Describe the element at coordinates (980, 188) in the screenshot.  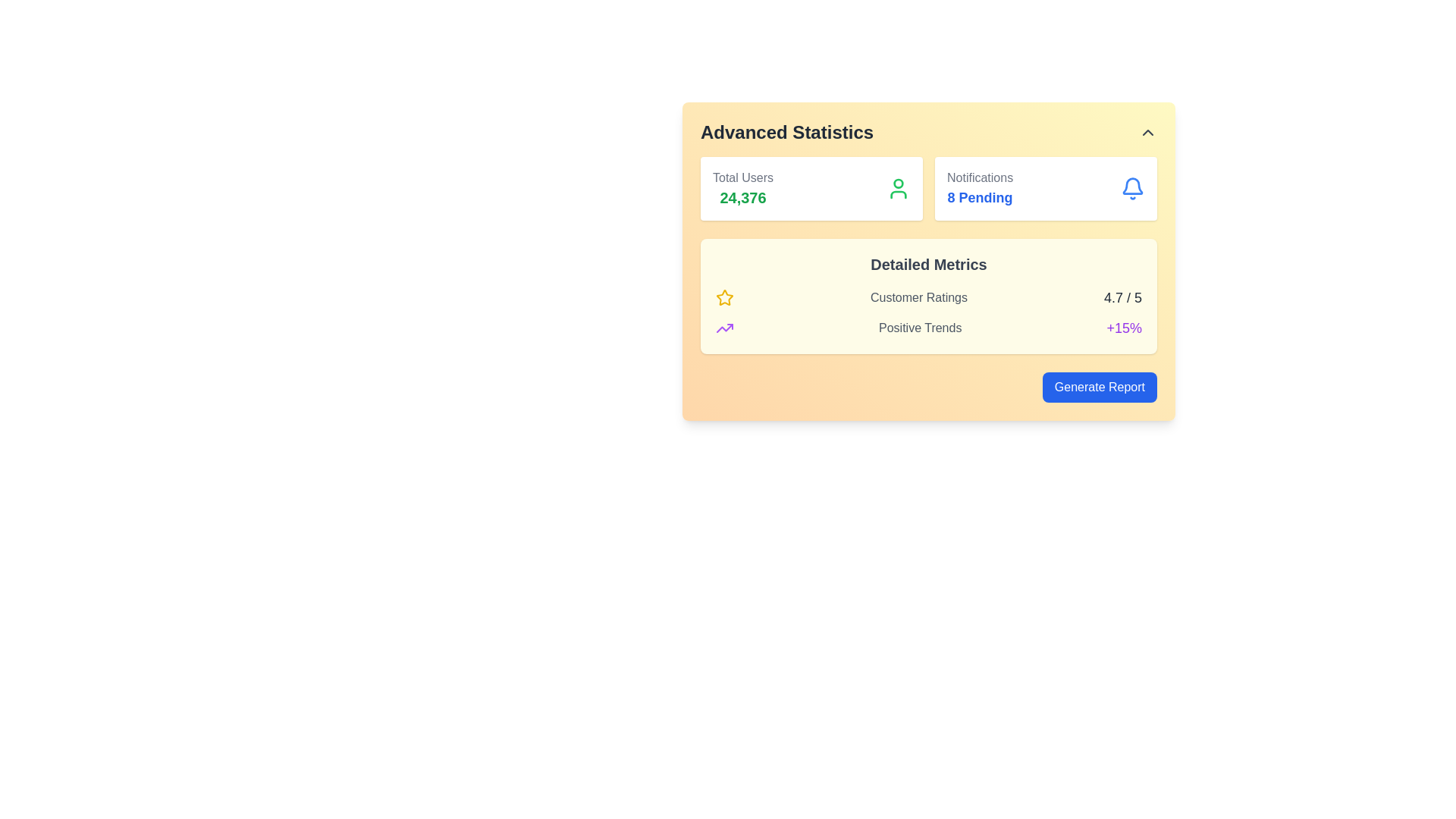
I see `notification count from the Label displaying 'Notifications' with 8 pending items, located in the top-right section of the card, just to the left of the blue bell icon` at that location.